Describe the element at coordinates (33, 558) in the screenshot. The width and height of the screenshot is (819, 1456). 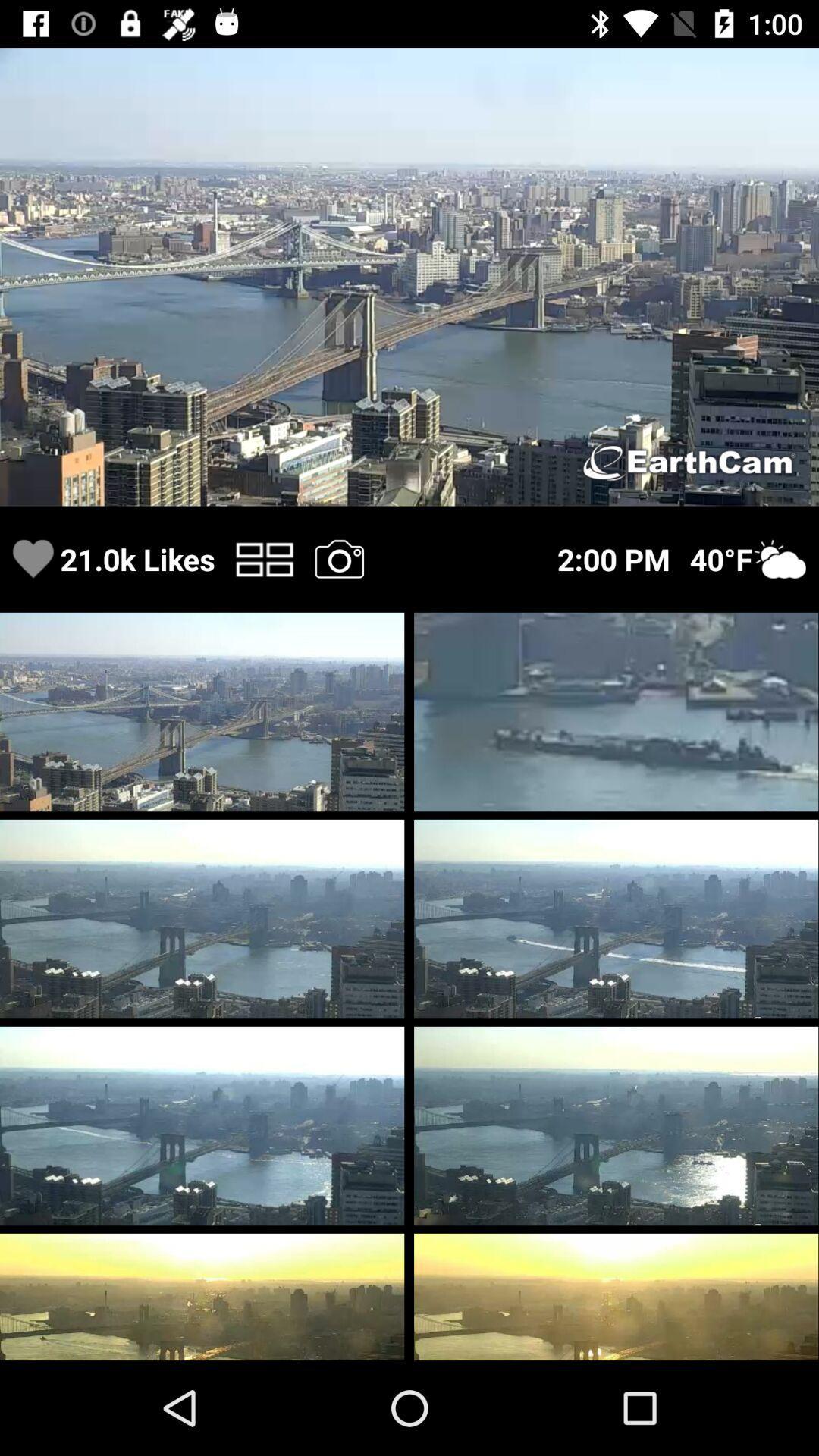
I see `the favorite icon` at that location.